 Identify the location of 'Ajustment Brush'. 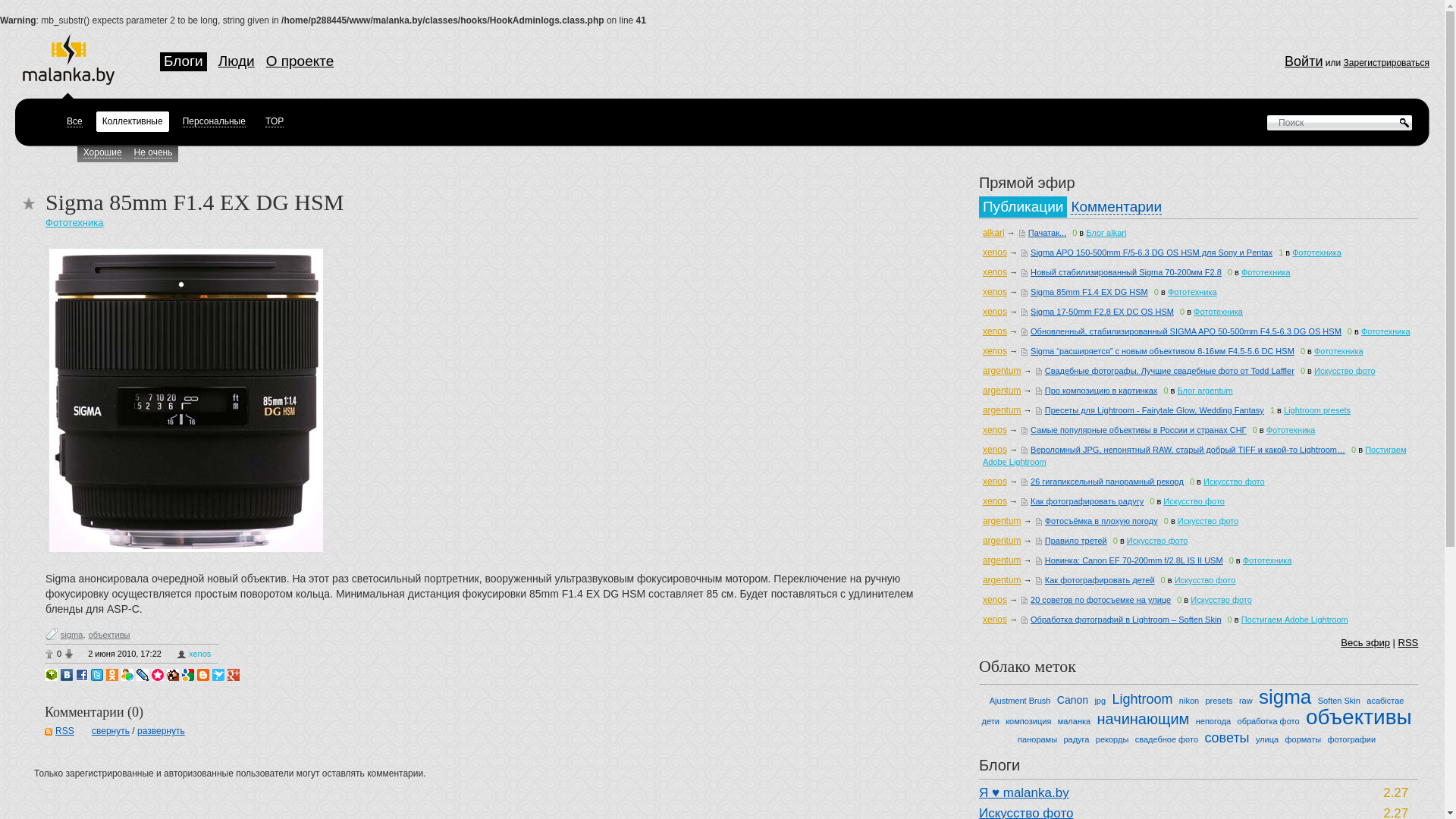
(1020, 701).